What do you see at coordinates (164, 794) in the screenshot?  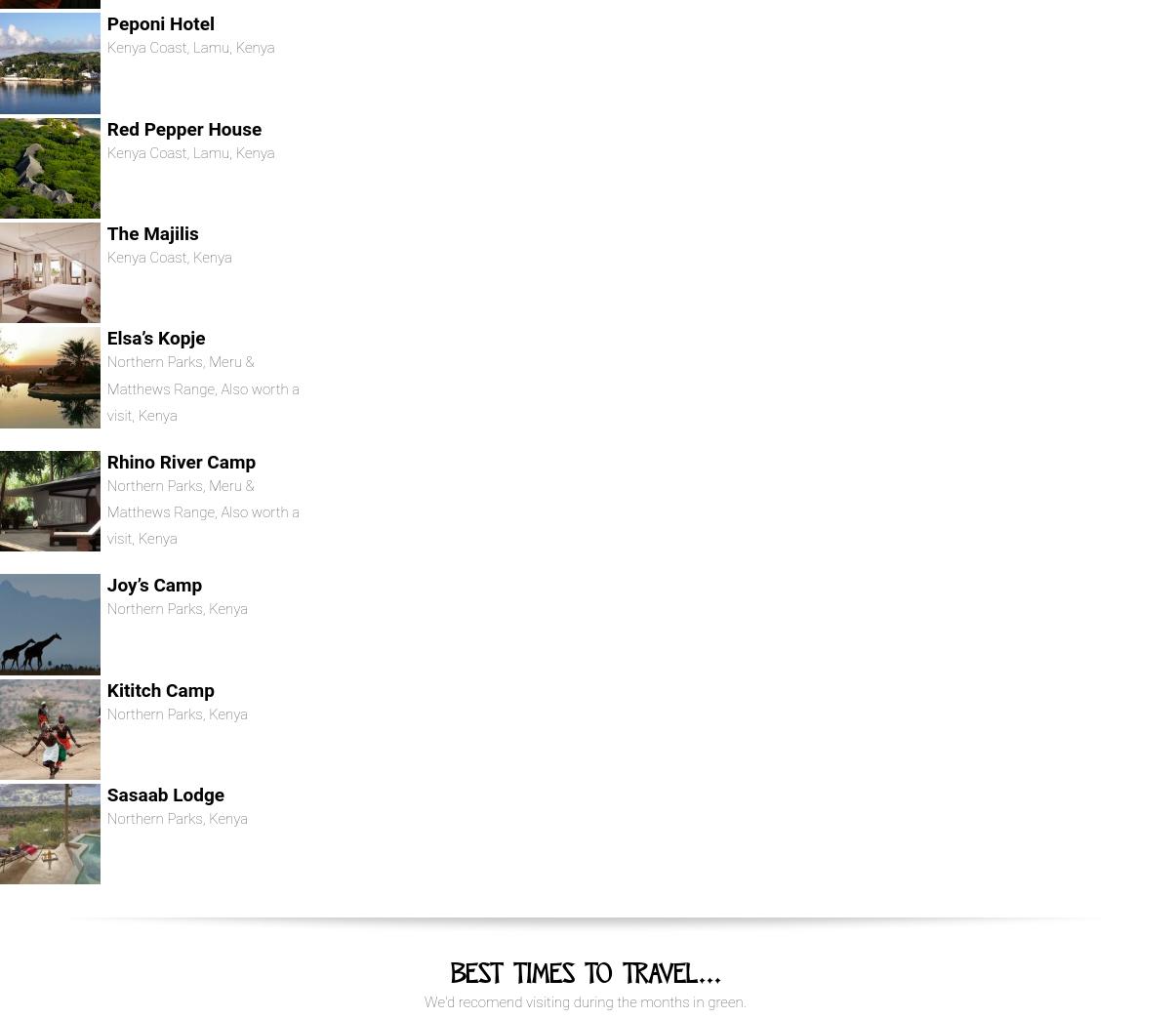 I see `'Sasaab Lodge'` at bounding box center [164, 794].